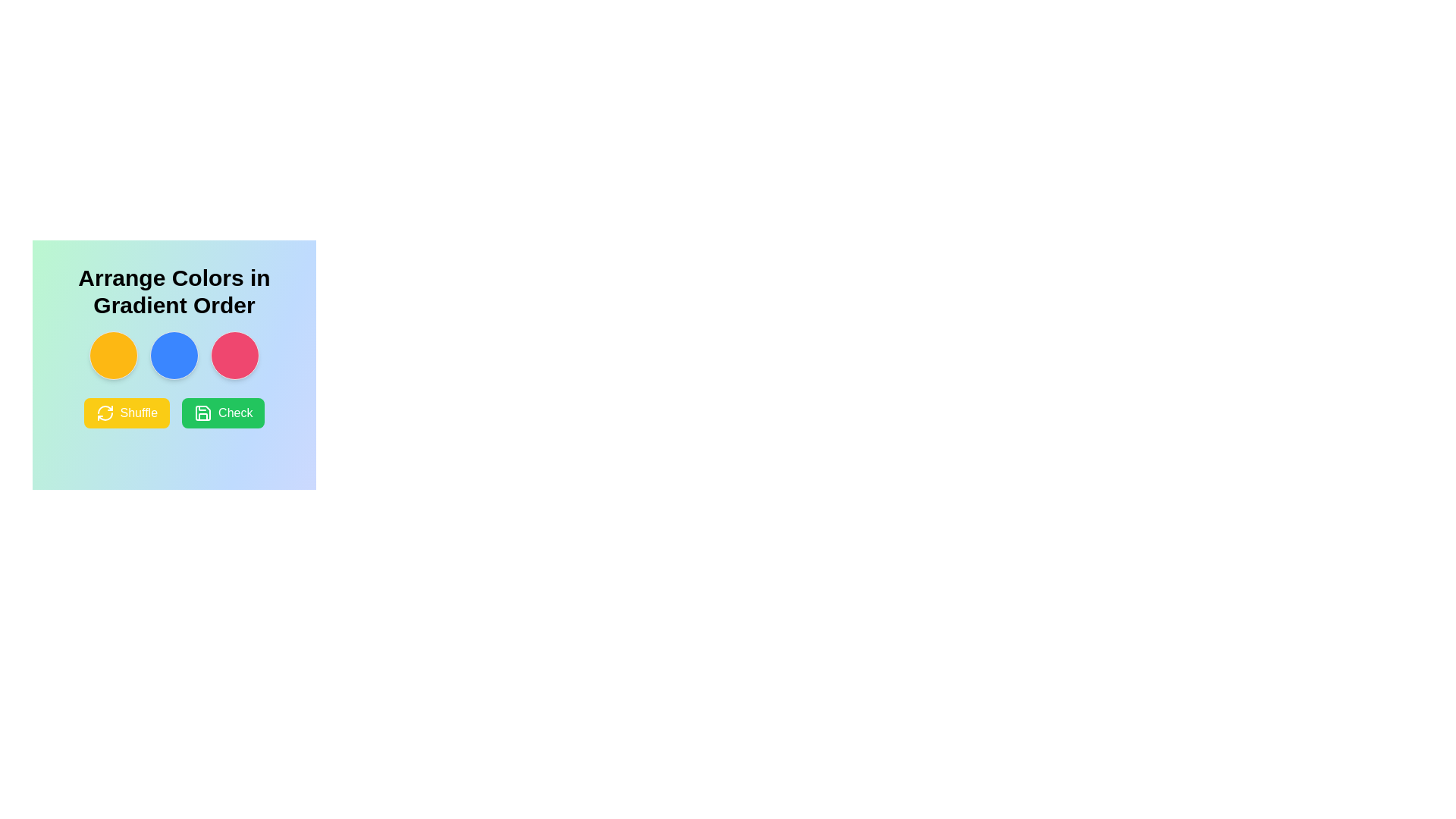  Describe the element at coordinates (104, 413) in the screenshot. I see `the circular icon with two curved arrows on a yellow background, part of the 'Shuffle' button, to initiate shuffling` at that location.